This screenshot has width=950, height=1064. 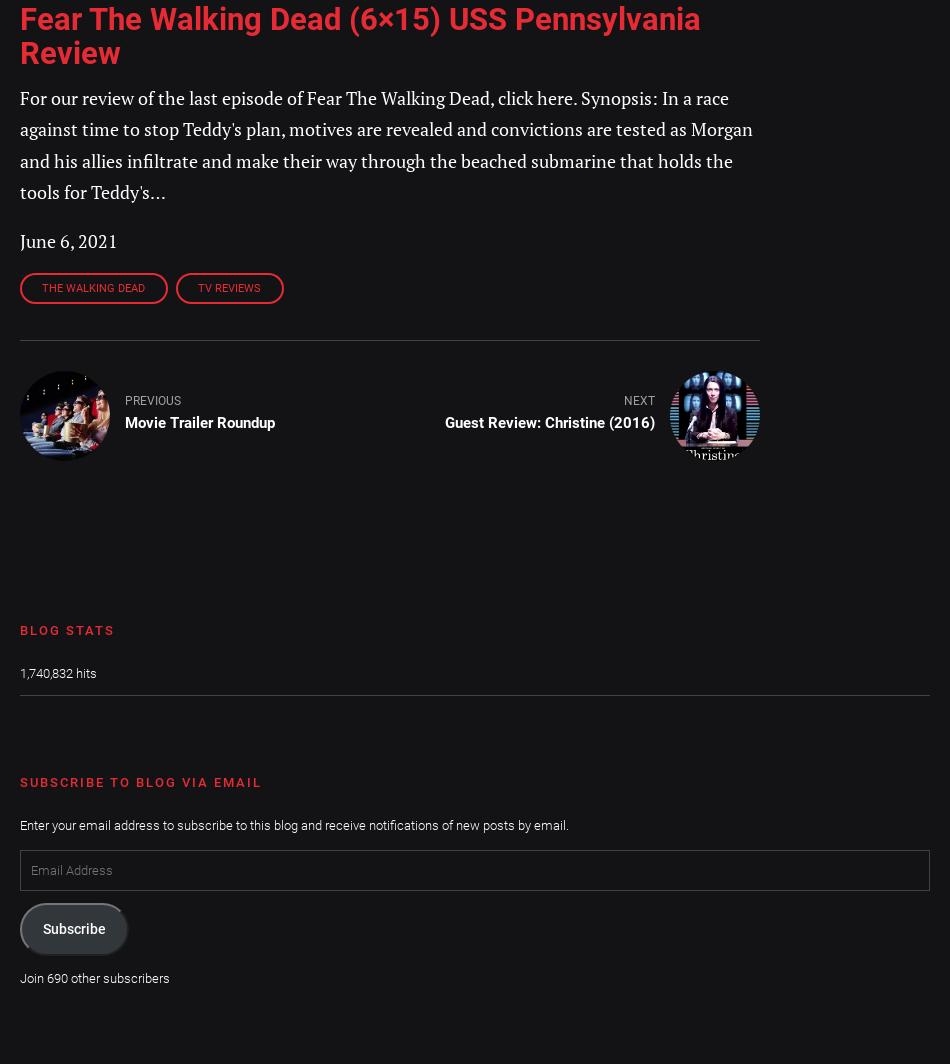 What do you see at coordinates (385, 145) in the screenshot?
I see `'For our review of the last episode of Fear The Walking Dead, click here. Synopsis: In a race against time to stop Teddy's plan, motives are revealed and convictions are tested as Morgan and his allies infiltrate and make their way through the beached submarine that holds the tools for Teddy's…'` at bounding box center [385, 145].